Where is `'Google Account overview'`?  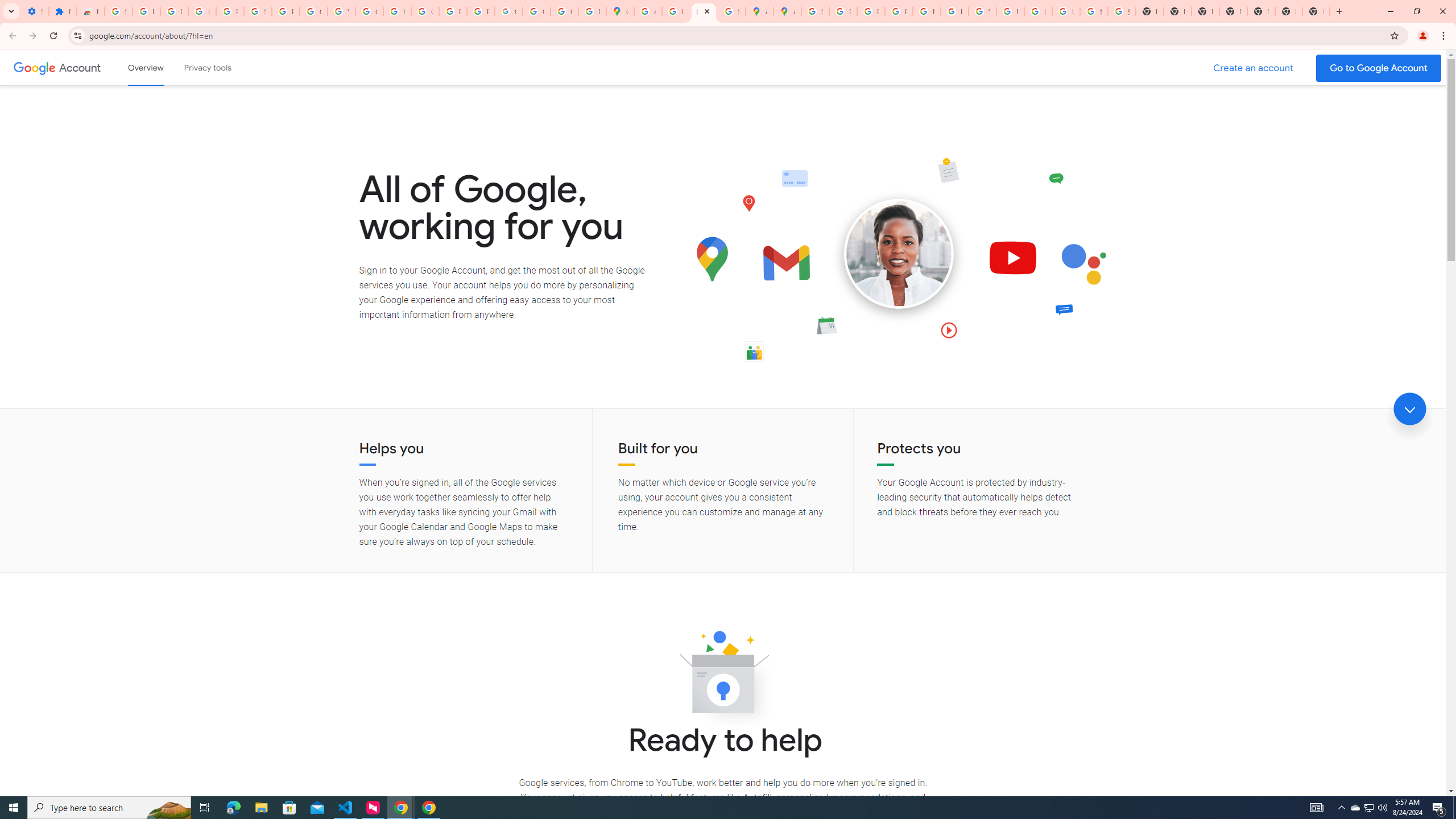
'Google Account overview' is located at coordinates (146, 67).